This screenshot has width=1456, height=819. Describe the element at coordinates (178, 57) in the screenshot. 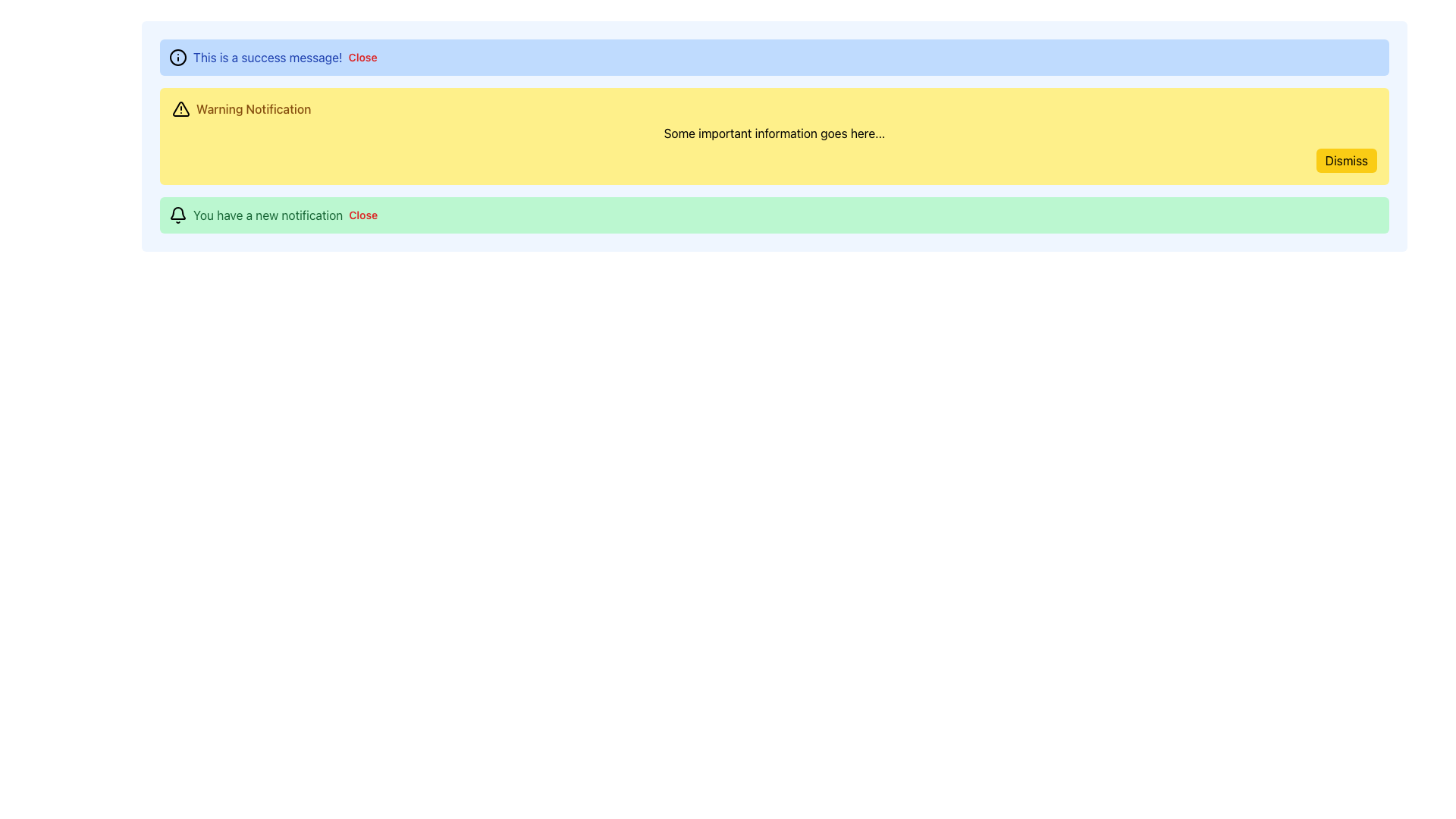

I see `the design of the informational icon located at the start of the notification bar, which indicates a successful message` at that location.